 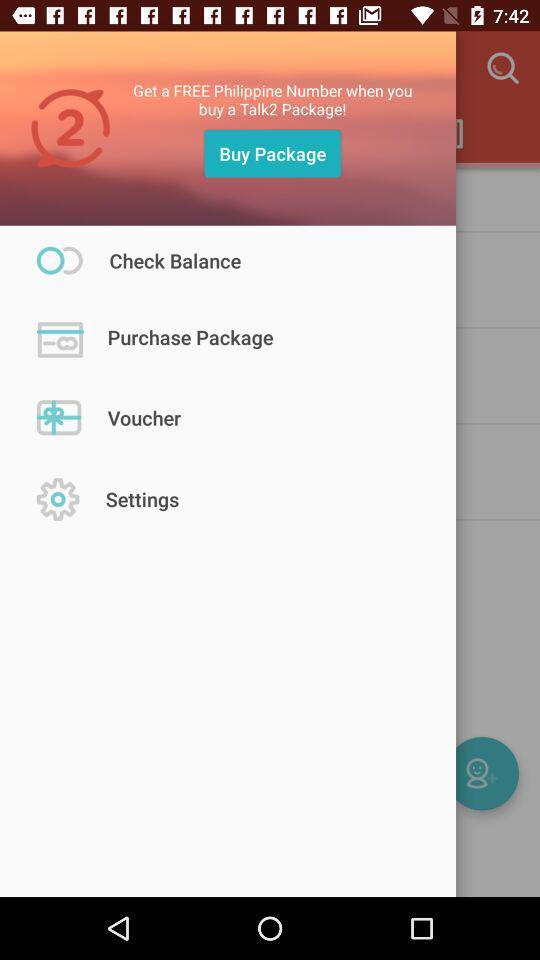 I want to click on the follow icon, so click(x=481, y=772).